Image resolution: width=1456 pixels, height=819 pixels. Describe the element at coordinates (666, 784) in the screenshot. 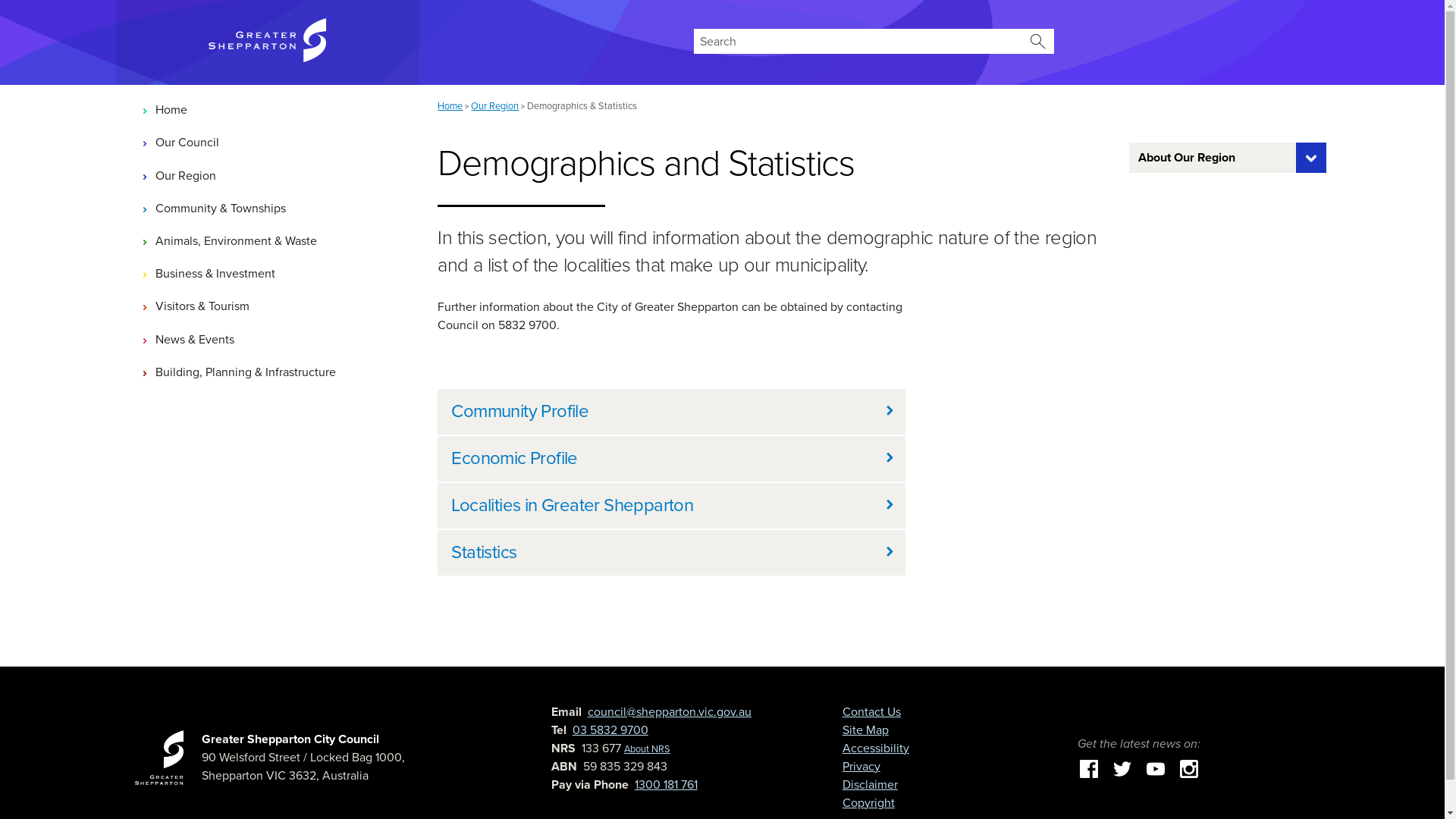

I see `'1300 181 761'` at that location.